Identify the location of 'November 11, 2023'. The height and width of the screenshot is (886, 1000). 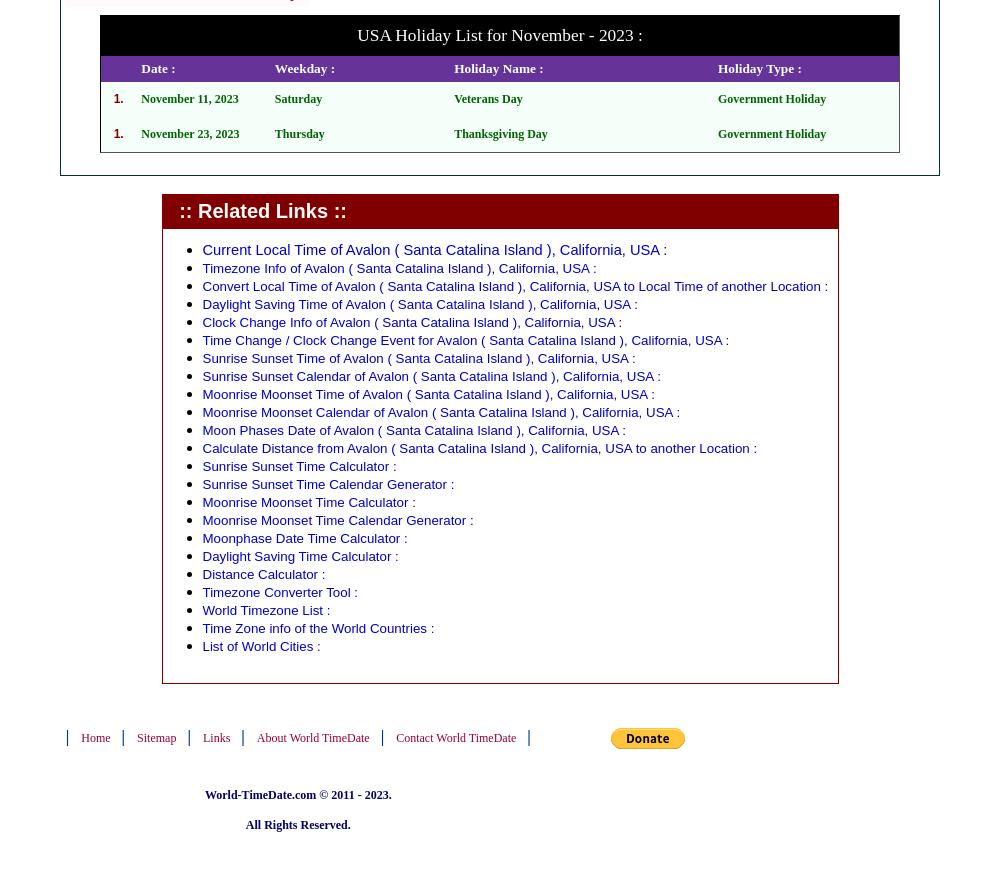
(141, 97).